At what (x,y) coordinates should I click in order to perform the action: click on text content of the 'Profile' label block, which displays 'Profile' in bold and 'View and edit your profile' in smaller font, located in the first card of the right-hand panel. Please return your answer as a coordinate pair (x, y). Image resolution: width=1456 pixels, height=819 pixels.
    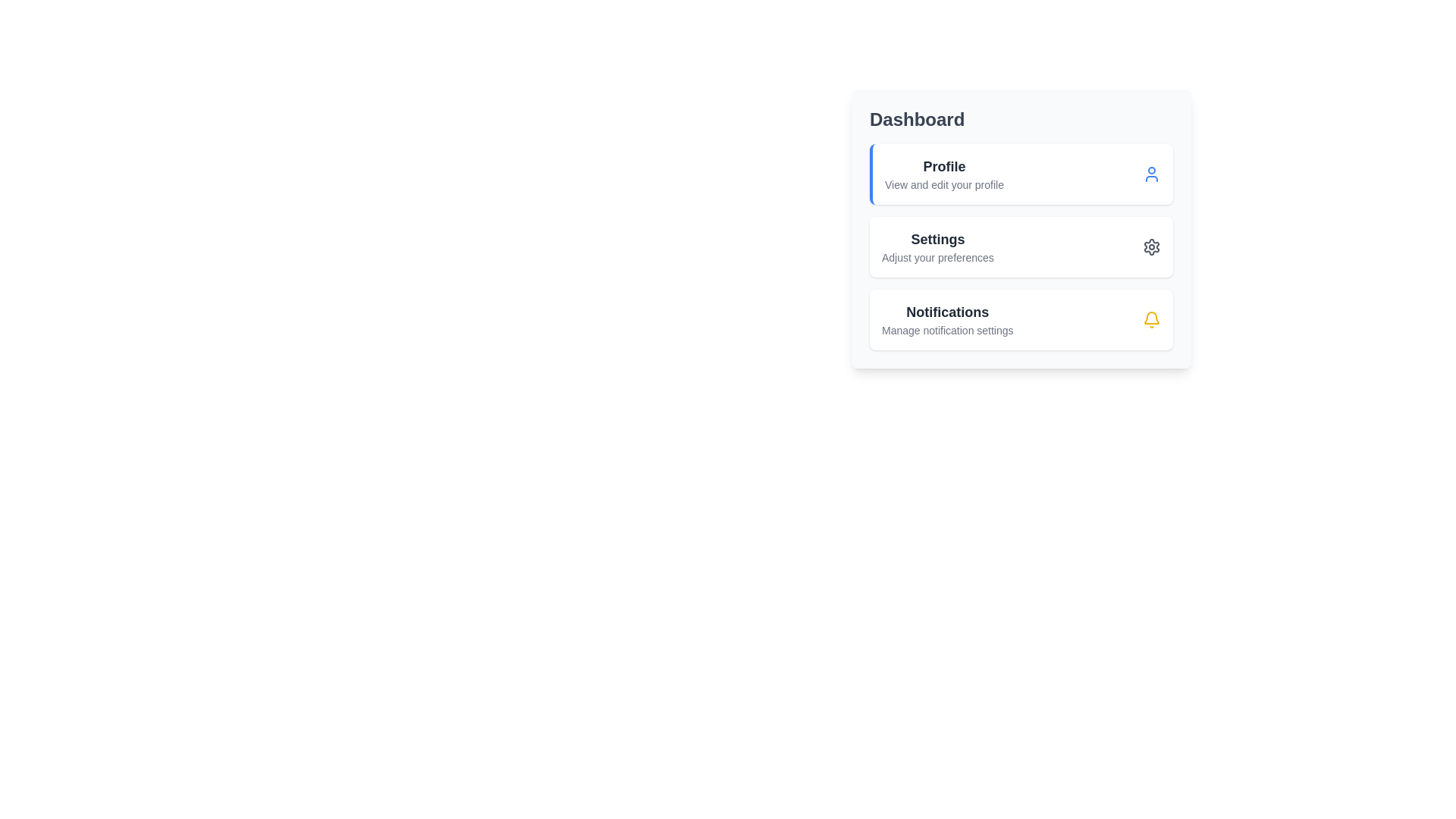
    Looking at the image, I should click on (943, 174).